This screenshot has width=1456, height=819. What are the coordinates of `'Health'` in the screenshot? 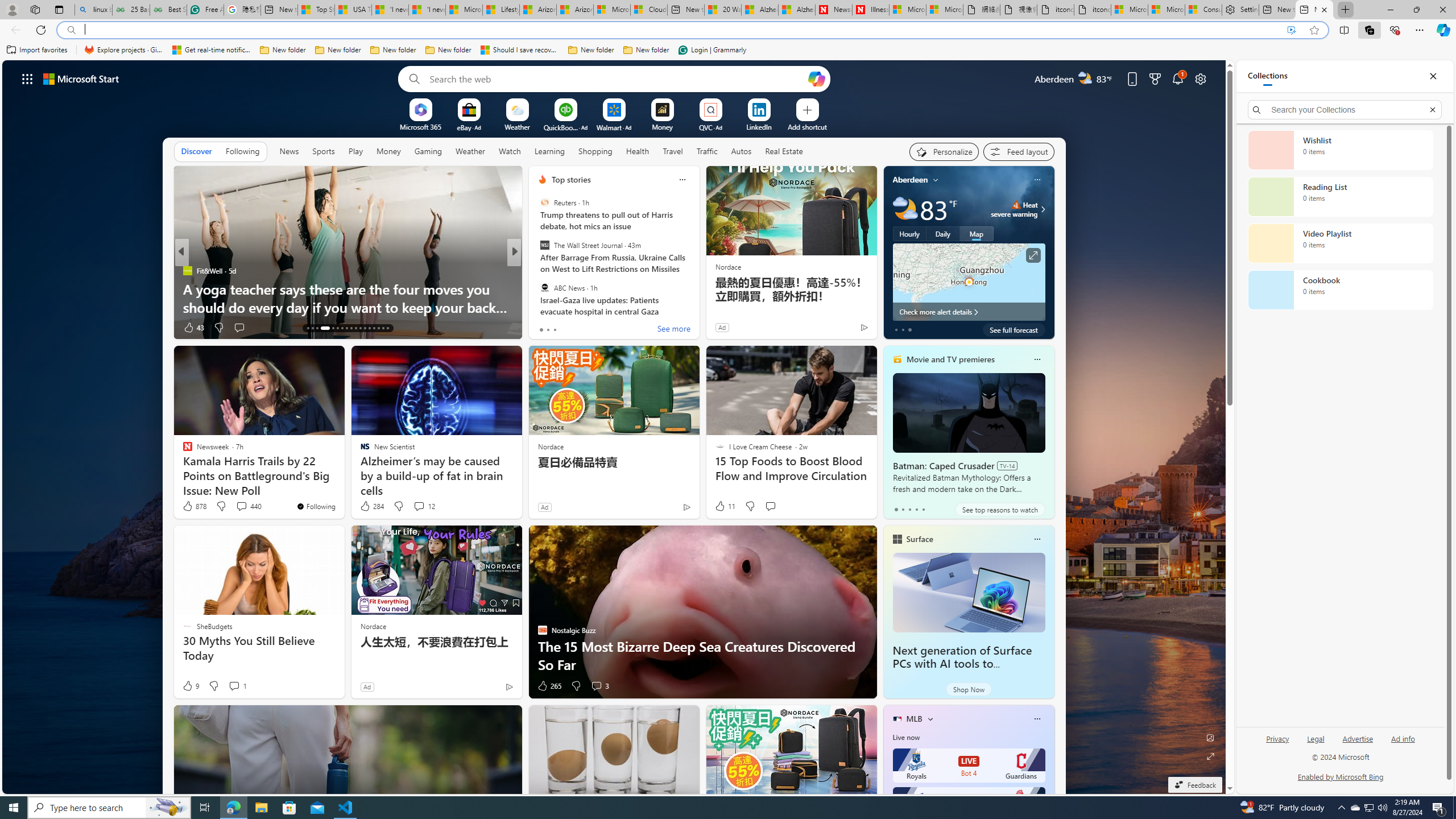 It's located at (638, 151).